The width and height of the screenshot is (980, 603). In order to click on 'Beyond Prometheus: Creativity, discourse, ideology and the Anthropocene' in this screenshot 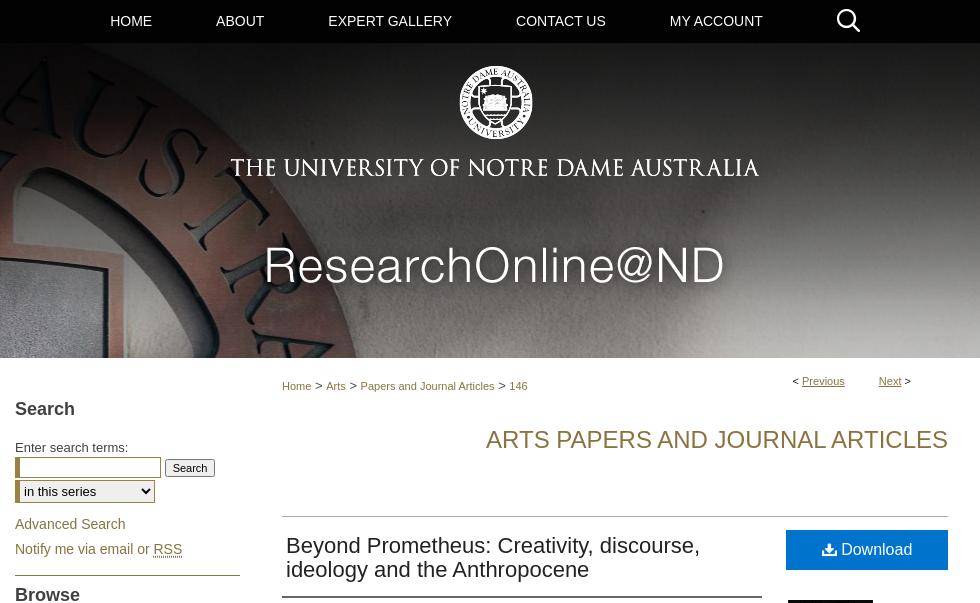, I will do `click(493, 557)`.